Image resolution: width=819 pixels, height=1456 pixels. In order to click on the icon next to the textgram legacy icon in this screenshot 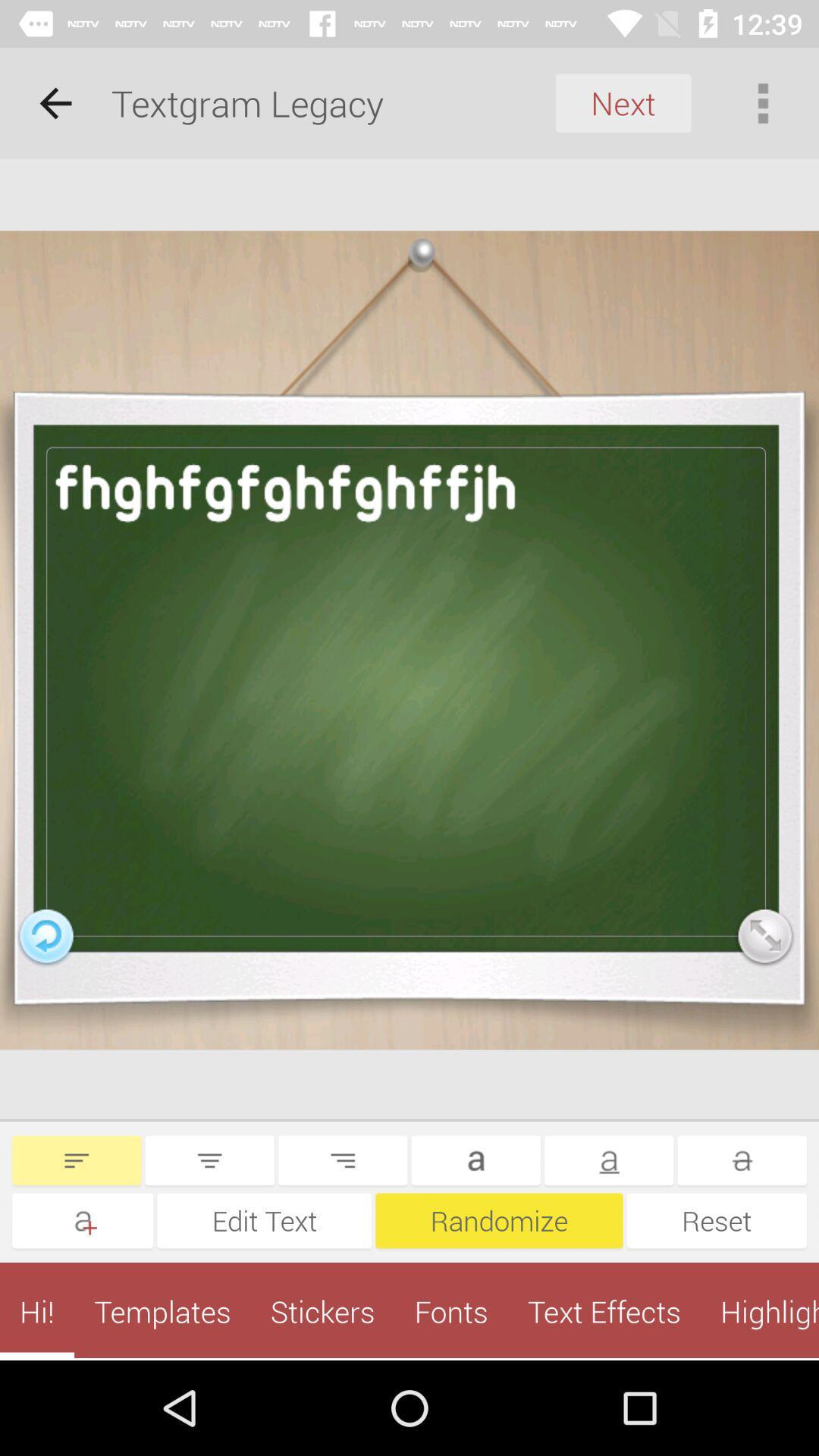, I will do `click(55, 102)`.